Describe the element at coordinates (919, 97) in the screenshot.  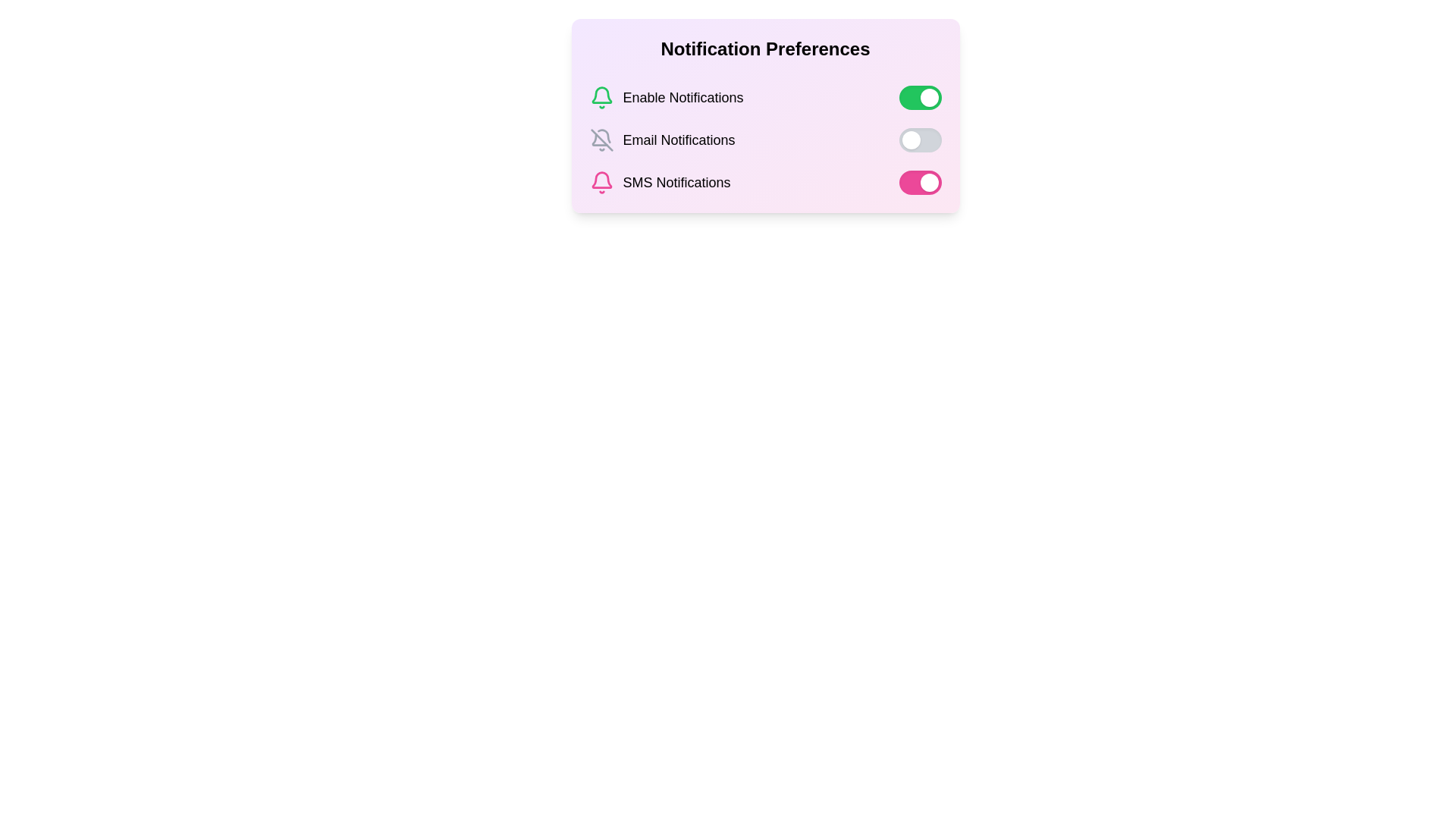
I see `the toggle switch for notifications, which is located to the far right of the 'Enable Notifications' row` at that location.